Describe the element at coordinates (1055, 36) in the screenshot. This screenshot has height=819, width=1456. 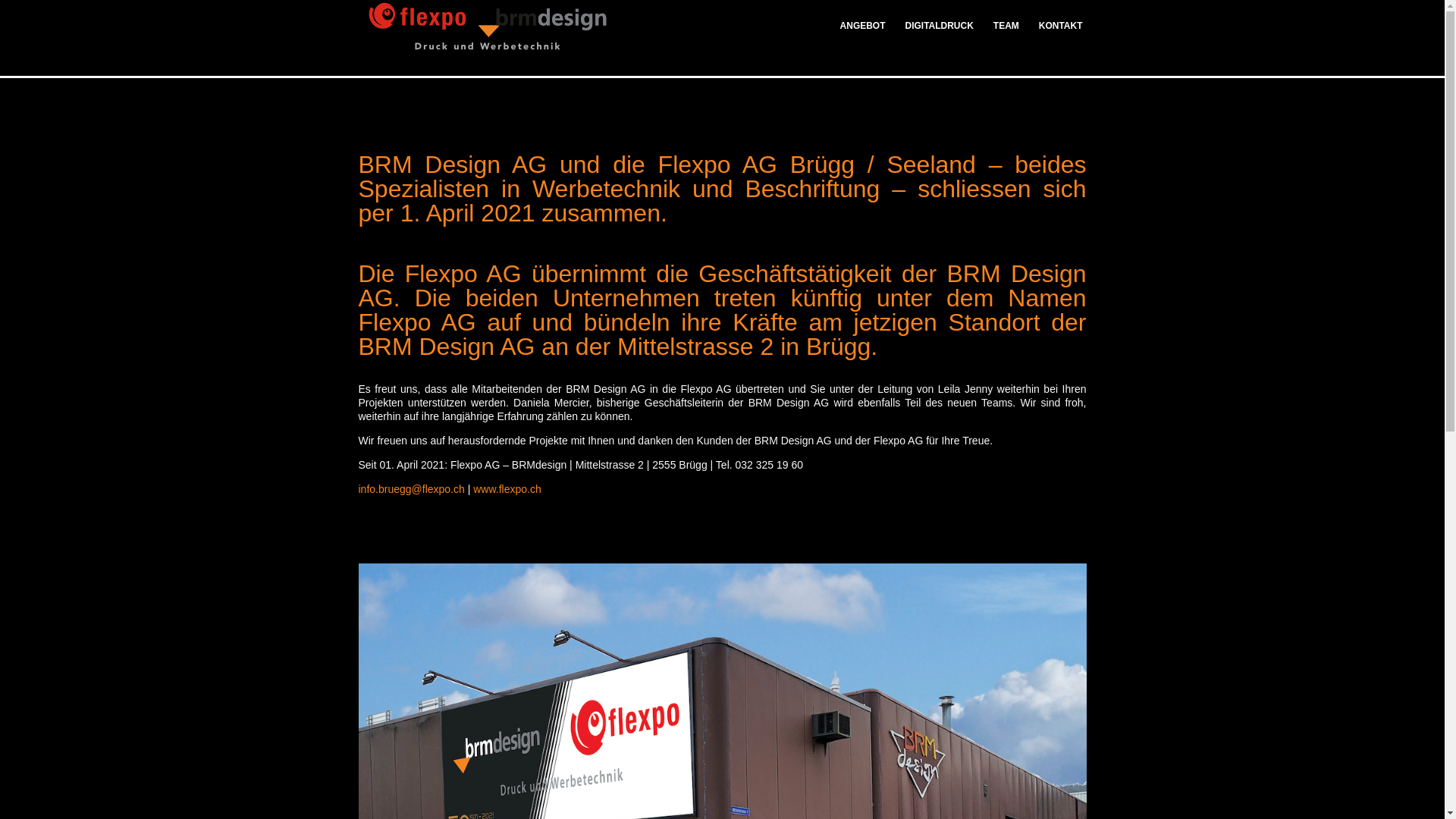
I see `'KONTAKT'` at that location.